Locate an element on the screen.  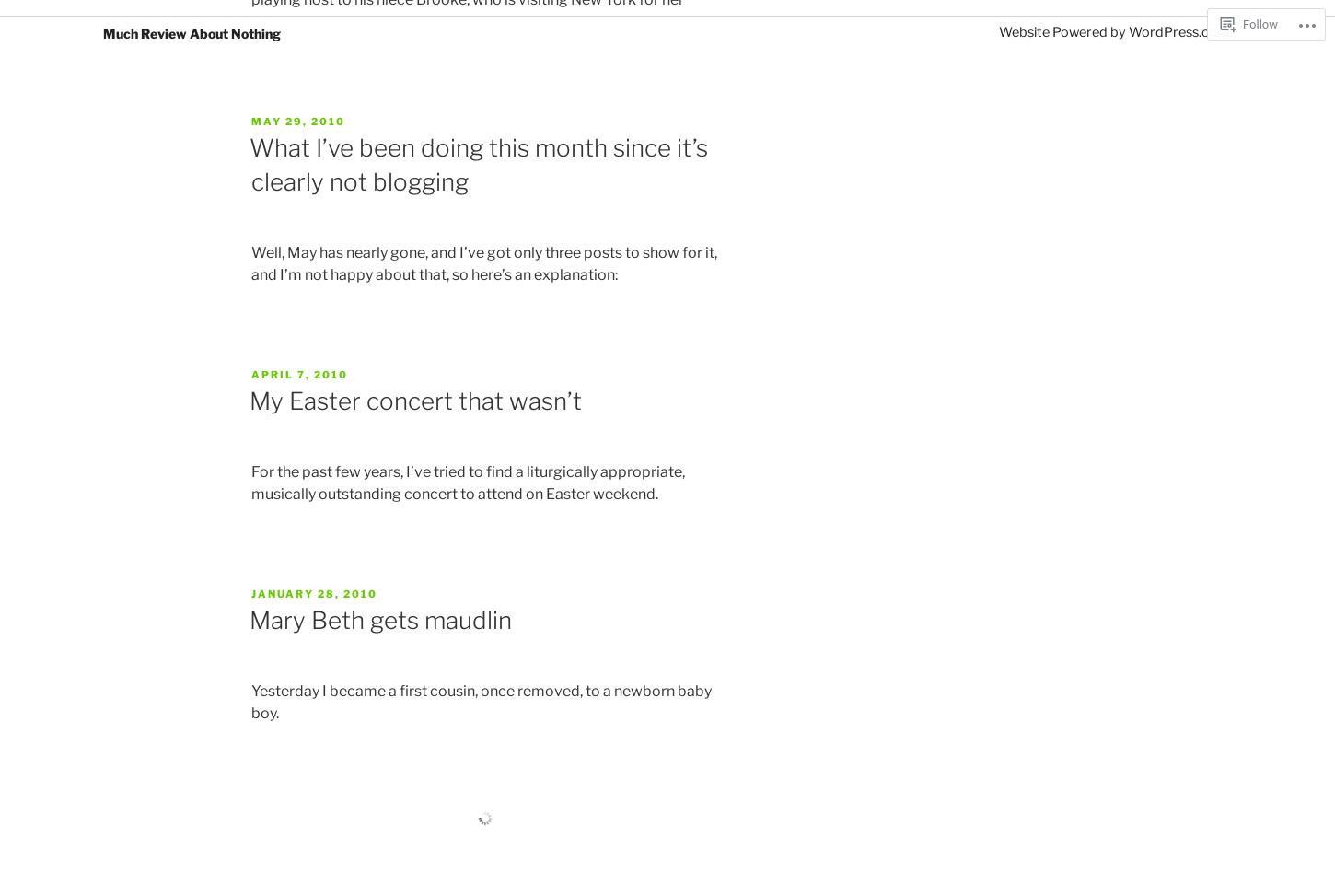
'April 7, 2010' is located at coordinates (299, 373).